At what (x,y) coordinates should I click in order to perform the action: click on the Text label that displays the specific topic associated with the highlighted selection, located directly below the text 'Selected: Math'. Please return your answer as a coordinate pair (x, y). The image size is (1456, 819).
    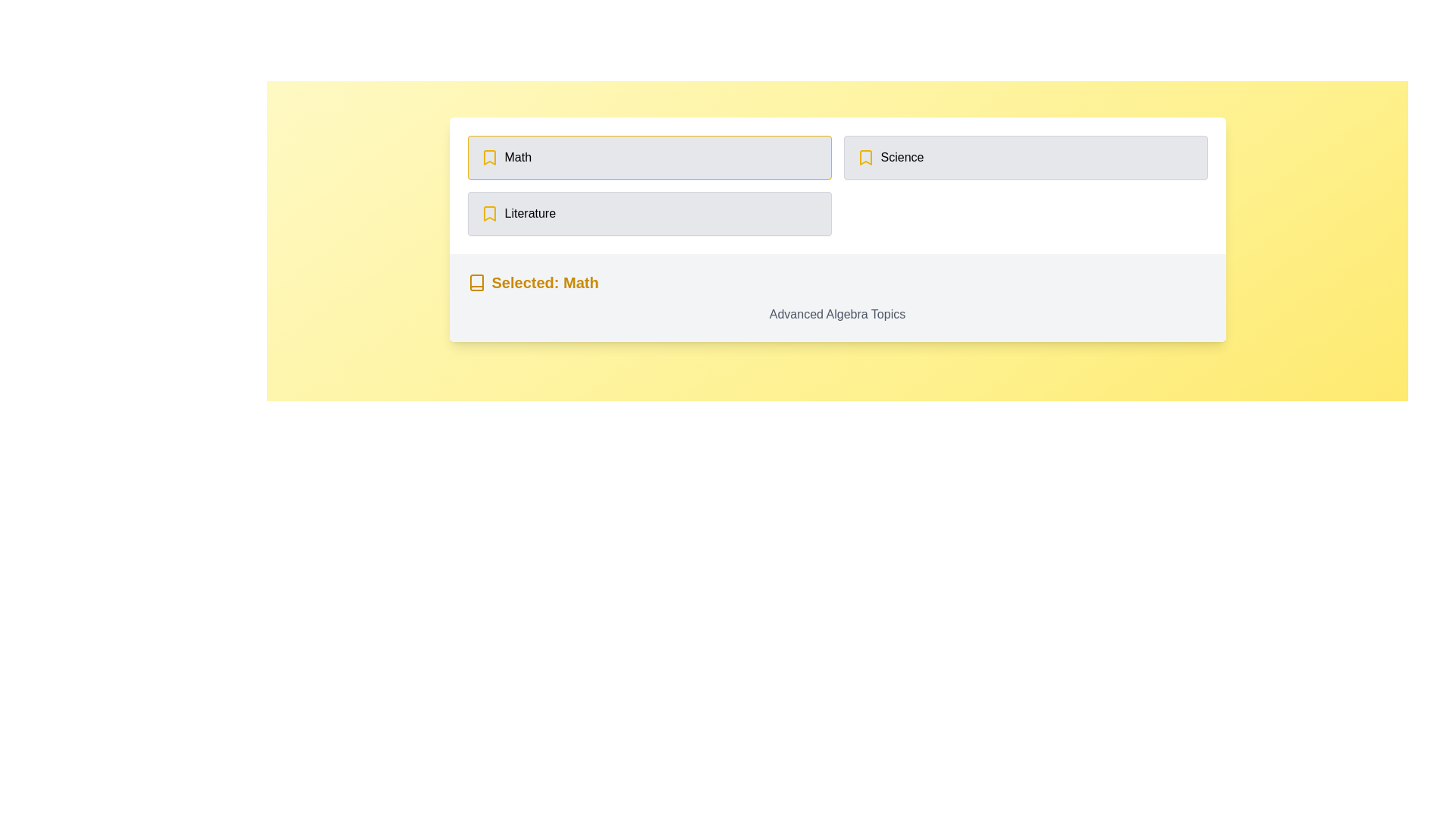
    Looking at the image, I should click on (836, 314).